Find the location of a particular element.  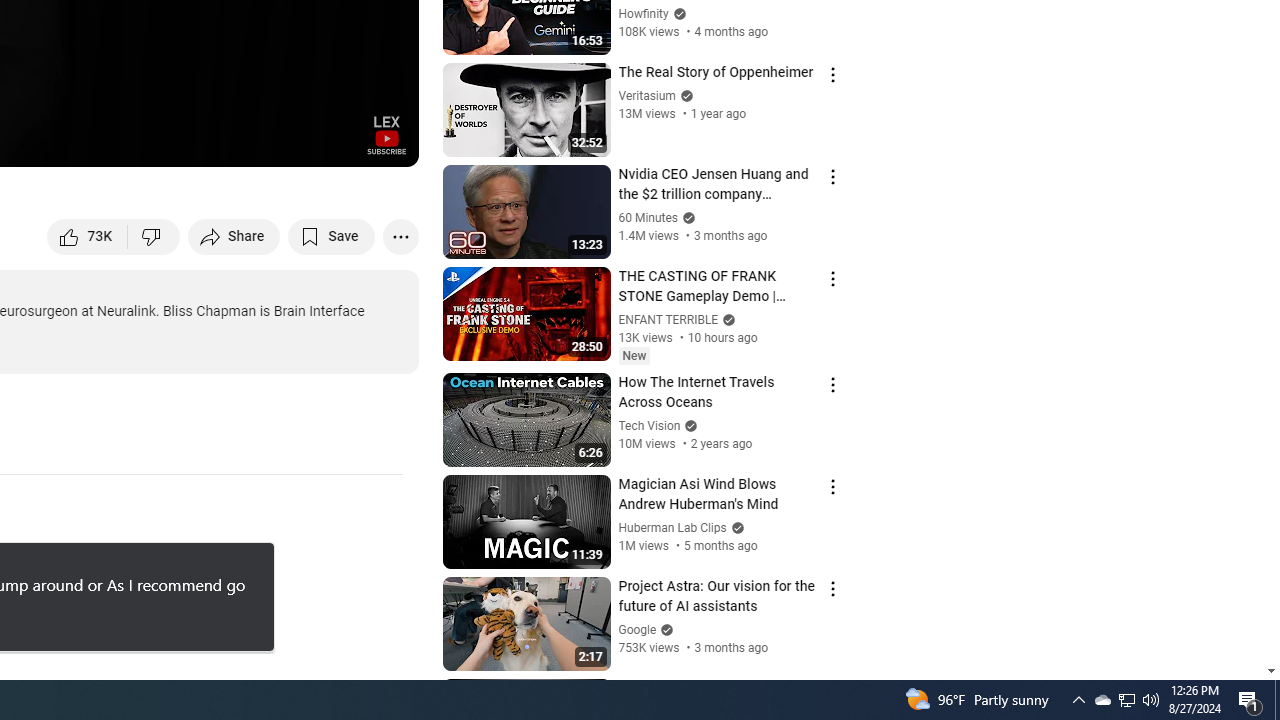

'Dislike this video' is located at coordinates (153, 235).